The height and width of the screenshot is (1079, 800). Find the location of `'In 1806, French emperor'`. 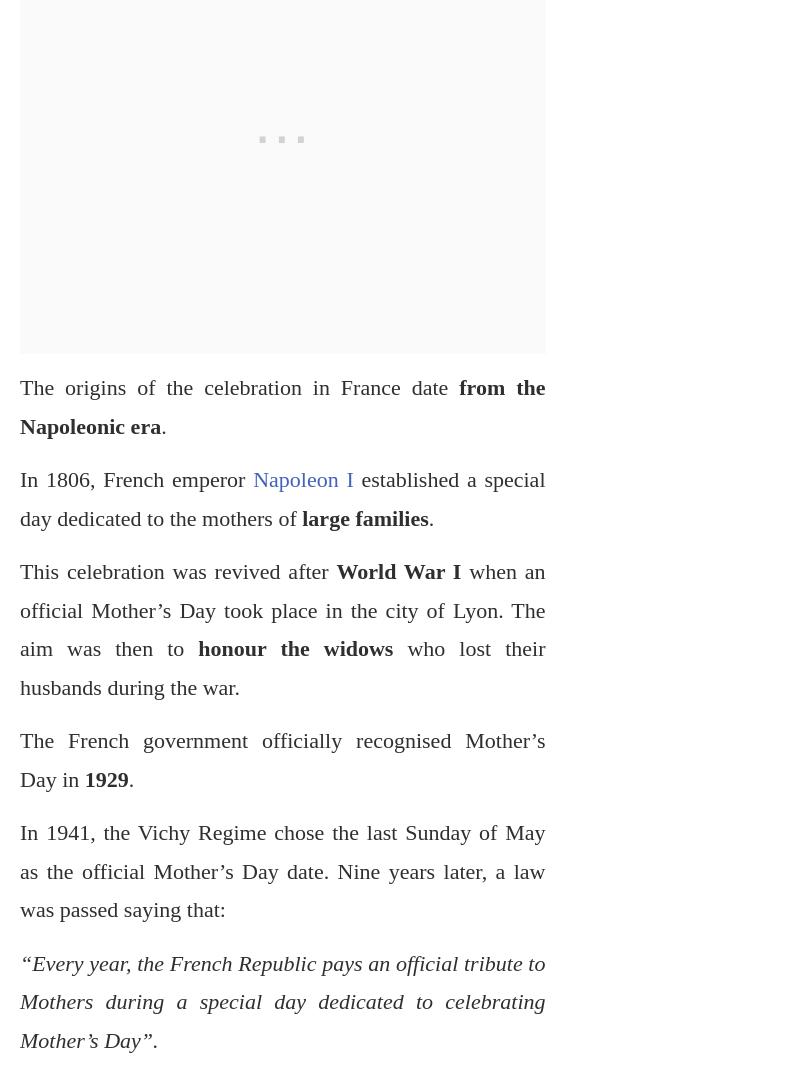

'In 1806, French emperor' is located at coordinates (20, 478).